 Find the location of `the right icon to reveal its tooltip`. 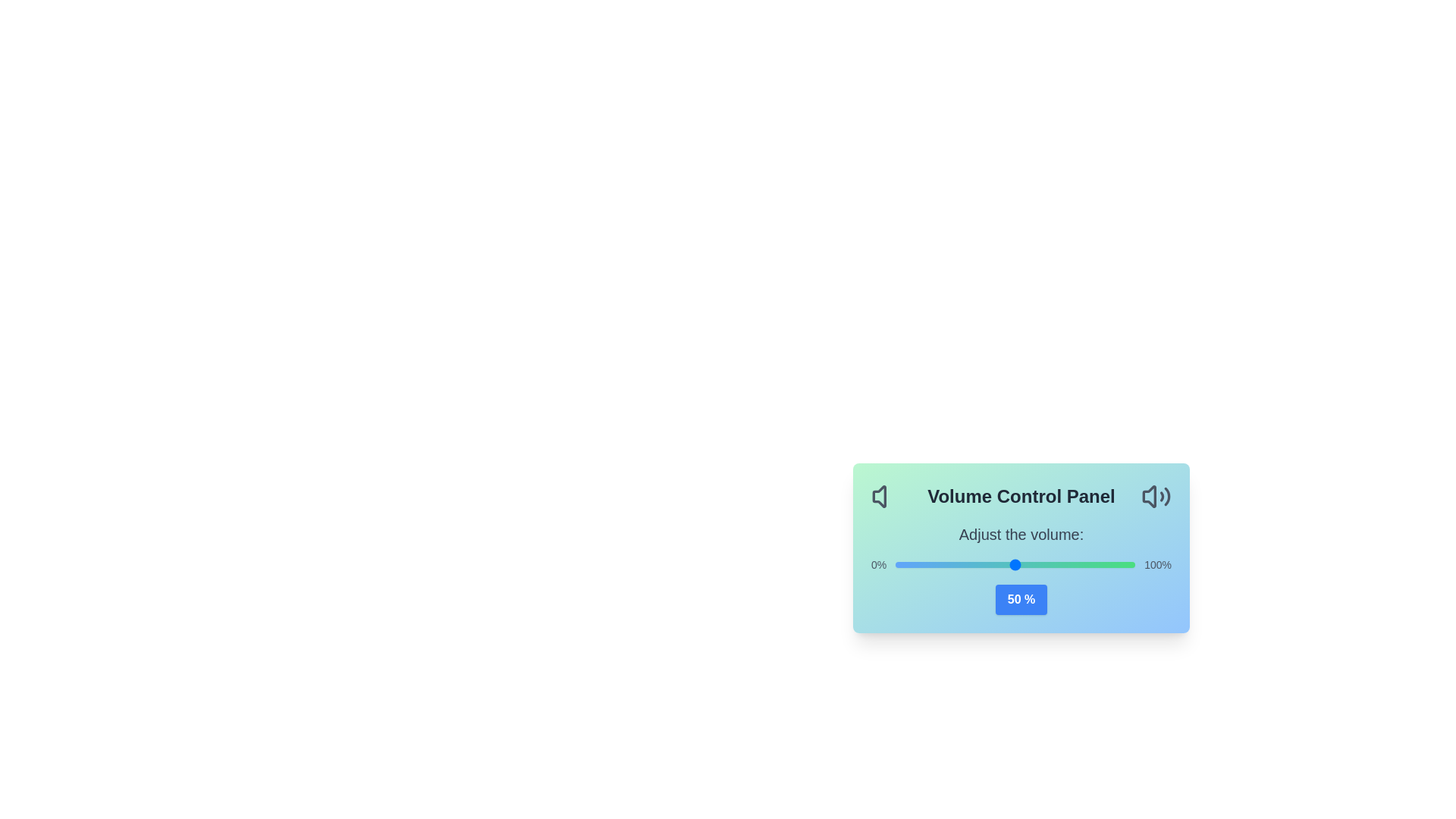

the right icon to reveal its tooltip is located at coordinates (1156, 497).